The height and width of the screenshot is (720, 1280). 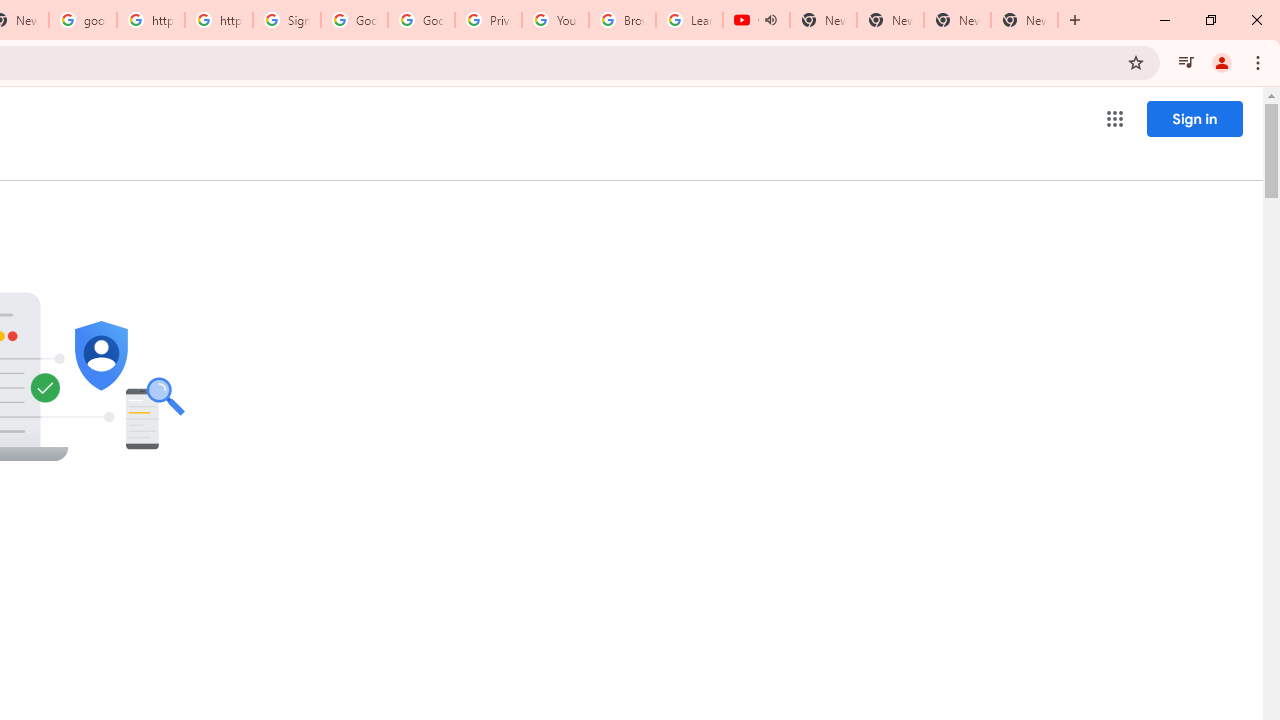 What do you see at coordinates (555, 20) in the screenshot?
I see `'YouTube'` at bounding box center [555, 20].